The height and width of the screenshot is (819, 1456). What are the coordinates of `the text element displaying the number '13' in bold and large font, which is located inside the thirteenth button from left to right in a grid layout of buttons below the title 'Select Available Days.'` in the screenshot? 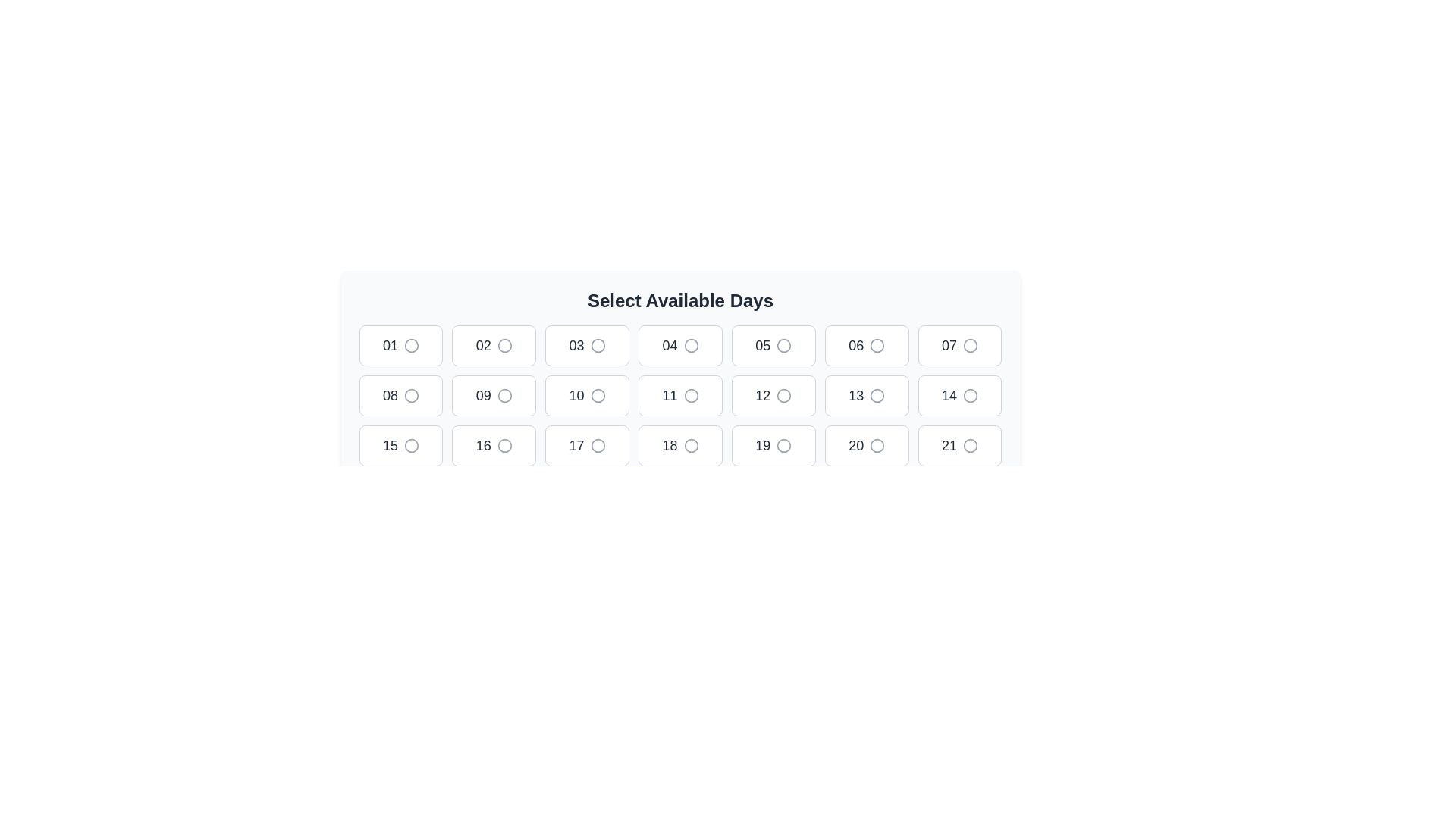 It's located at (856, 394).